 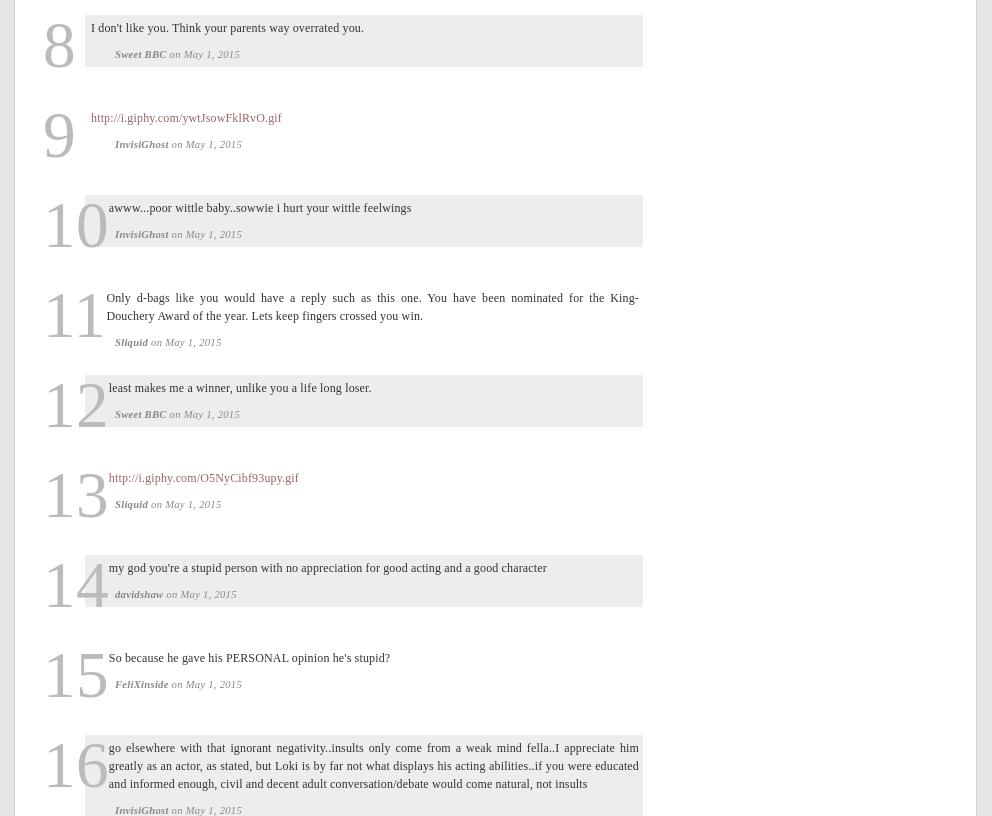 What do you see at coordinates (75, 584) in the screenshot?
I see `'14'` at bounding box center [75, 584].